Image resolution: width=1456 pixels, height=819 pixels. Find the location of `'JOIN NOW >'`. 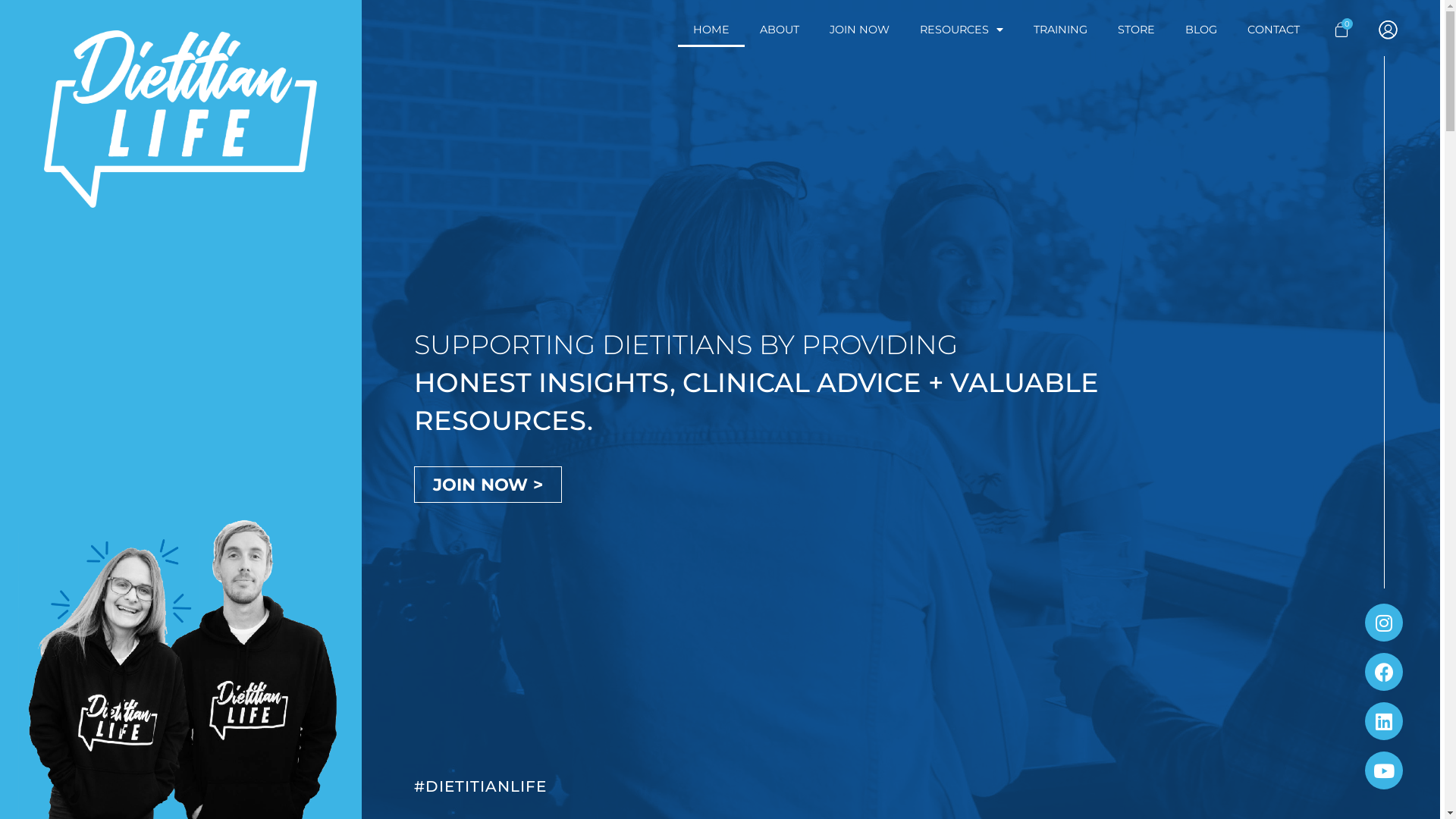

'JOIN NOW >' is located at coordinates (488, 485).